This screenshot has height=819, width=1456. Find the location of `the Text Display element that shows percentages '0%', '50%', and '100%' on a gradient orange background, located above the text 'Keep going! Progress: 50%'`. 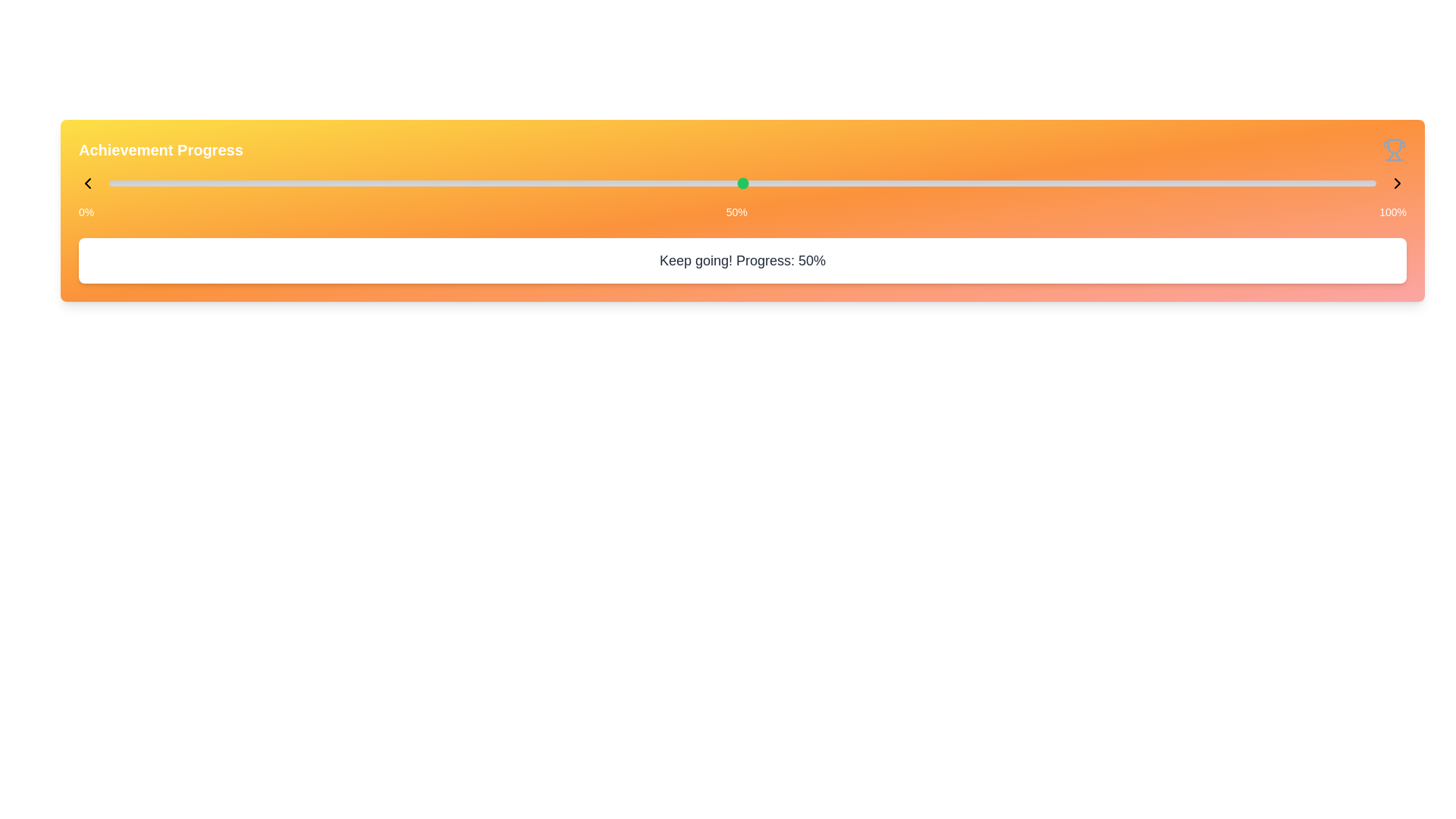

the Text Display element that shows percentages '0%', '50%', and '100%' on a gradient orange background, located above the text 'Keep going! Progress: 50%' is located at coordinates (742, 212).